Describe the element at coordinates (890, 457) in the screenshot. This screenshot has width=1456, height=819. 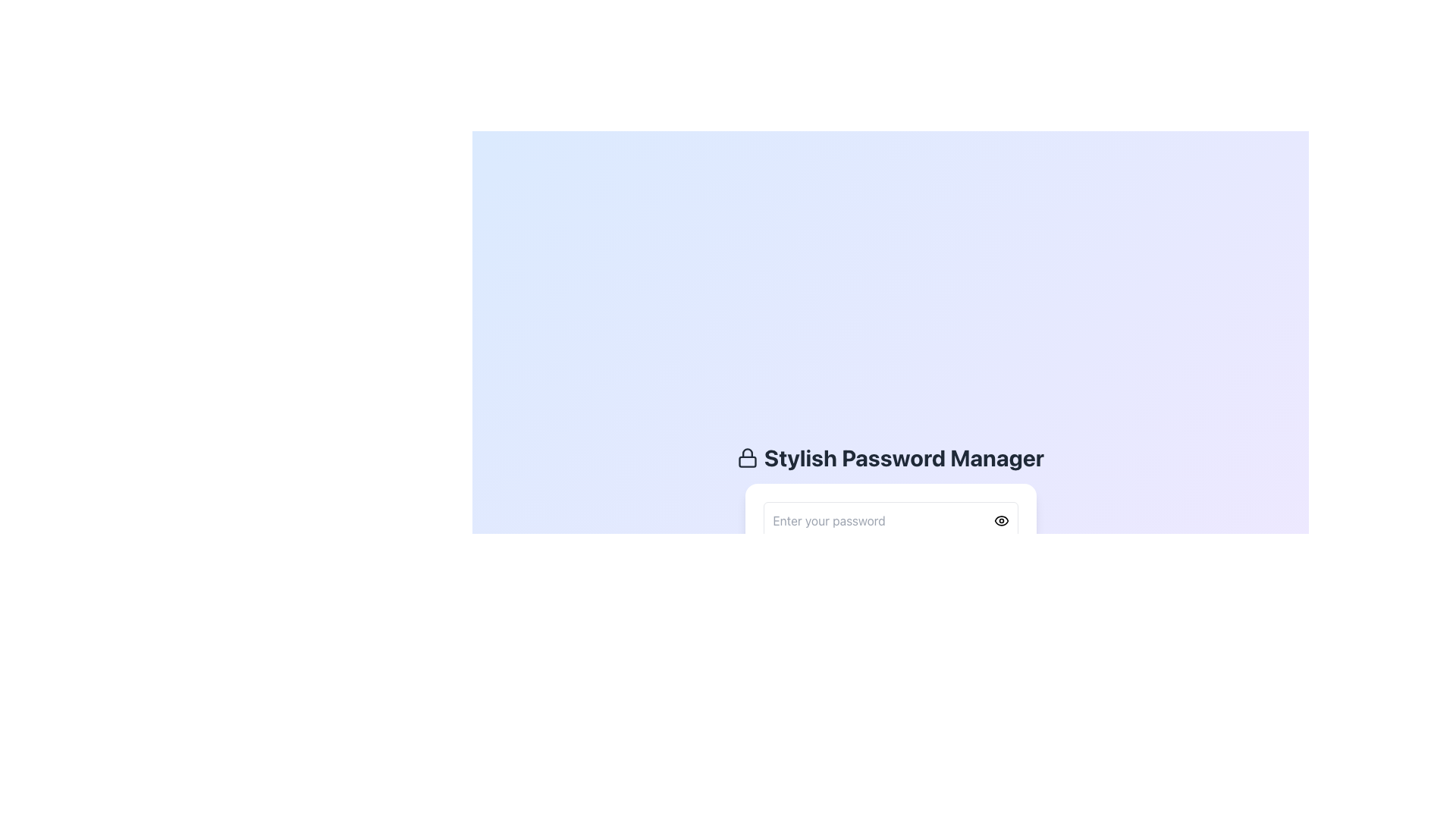
I see `the text block displaying 'Stylish Password Manager' with a lock icon from its current position` at that location.